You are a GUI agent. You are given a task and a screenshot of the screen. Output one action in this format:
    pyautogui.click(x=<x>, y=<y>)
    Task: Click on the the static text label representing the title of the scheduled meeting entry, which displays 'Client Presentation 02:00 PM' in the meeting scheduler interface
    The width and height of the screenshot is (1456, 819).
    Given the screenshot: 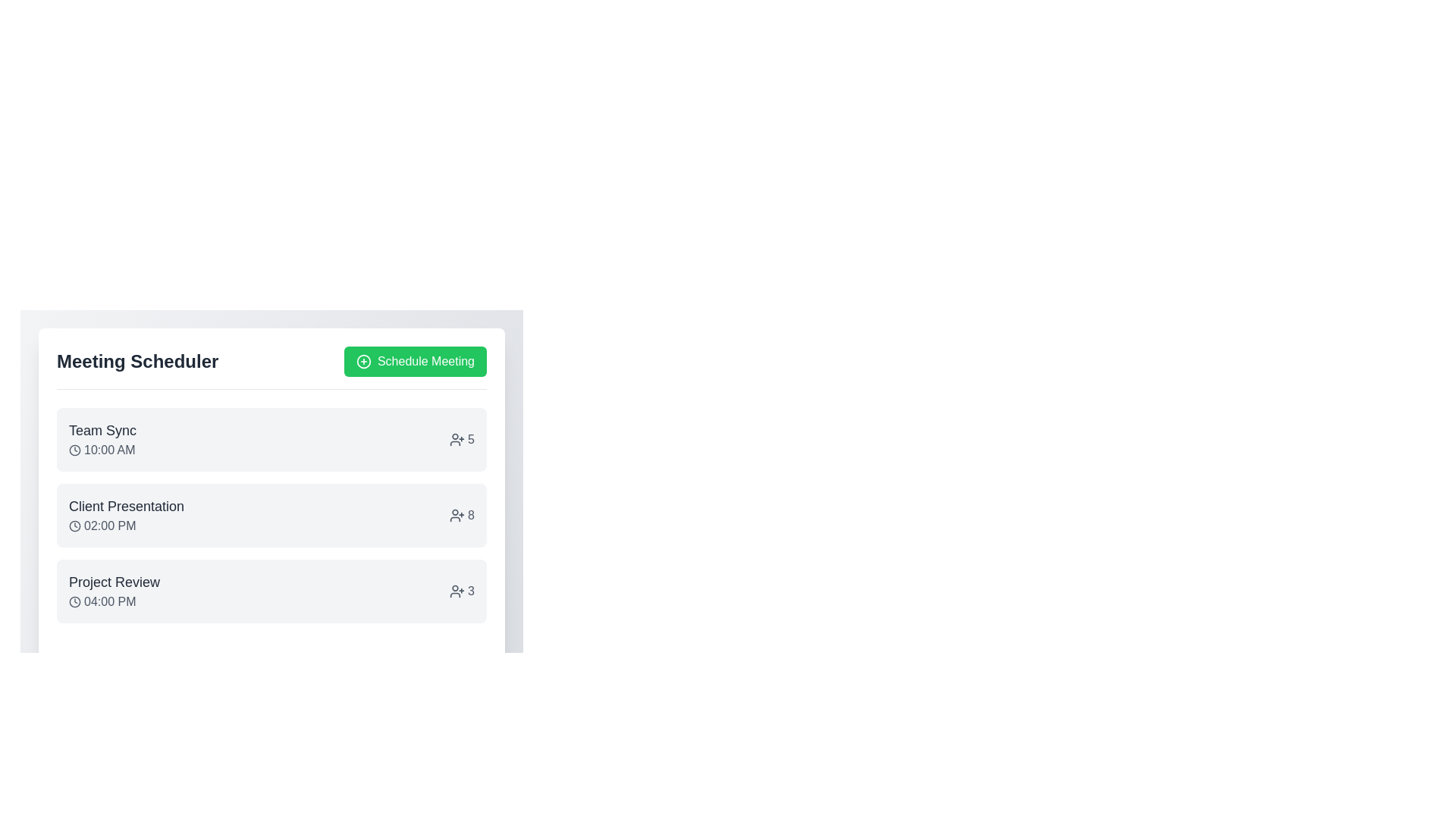 What is the action you would take?
    pyautogui.click(x=127, y=506)
    